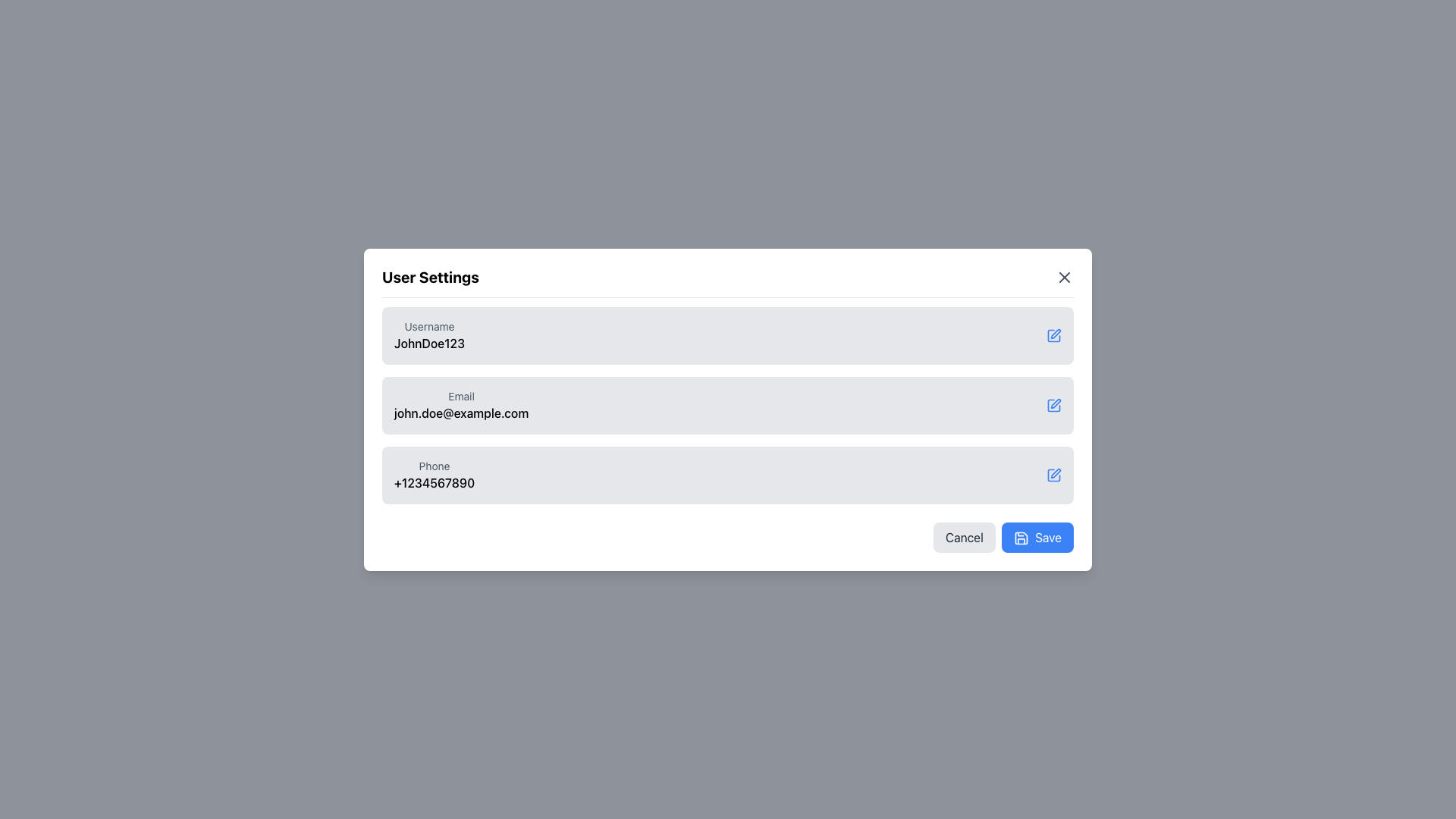  What do you see at coordinates (428, 334) in the screenshot?
I see `the 'Username' text element to trigger the tooltip` at bounding box center [428, 334].